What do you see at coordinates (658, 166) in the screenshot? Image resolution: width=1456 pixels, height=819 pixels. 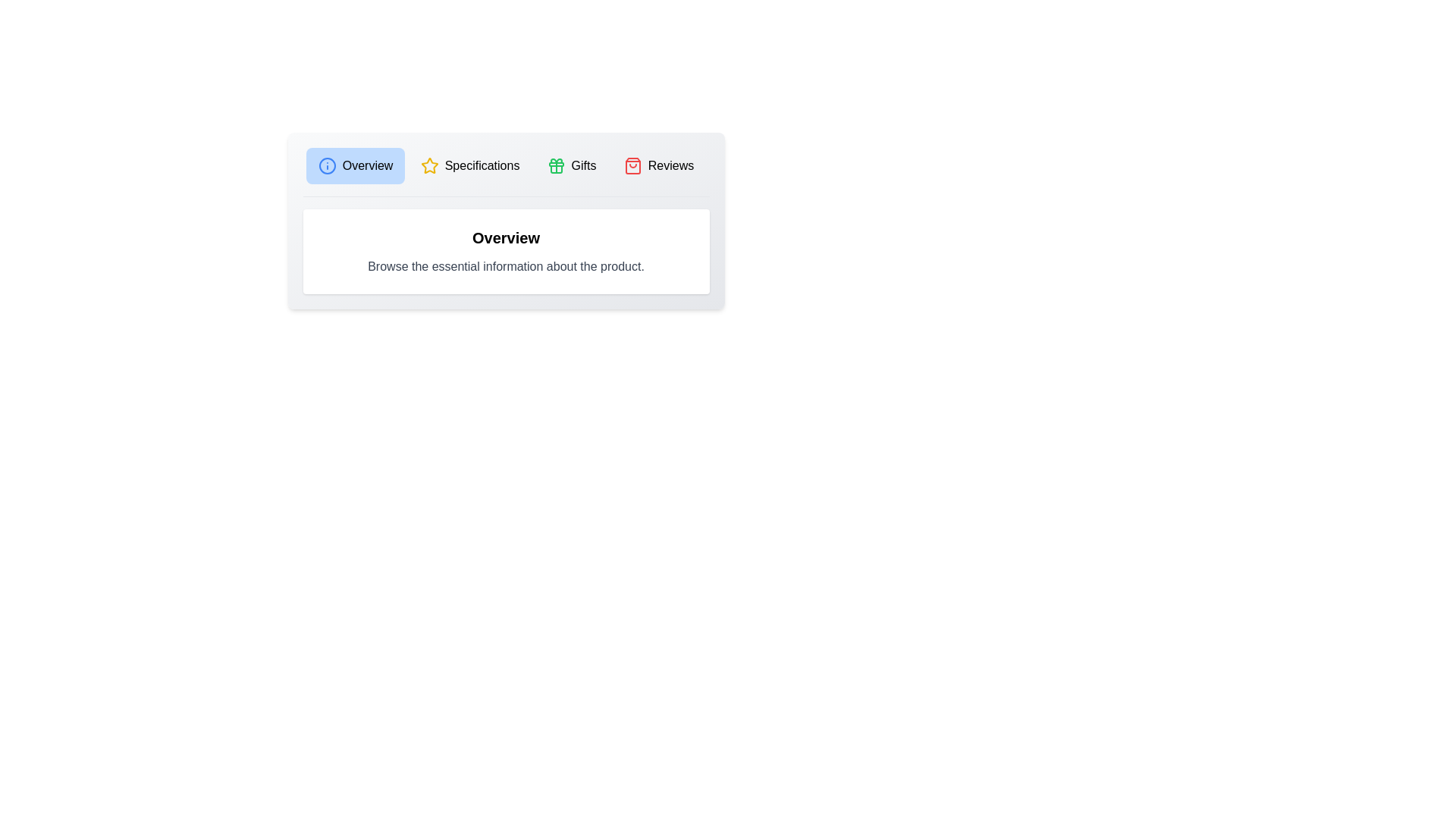 I see `the Reviews tab to display its content` at bounding box center [658, 166].